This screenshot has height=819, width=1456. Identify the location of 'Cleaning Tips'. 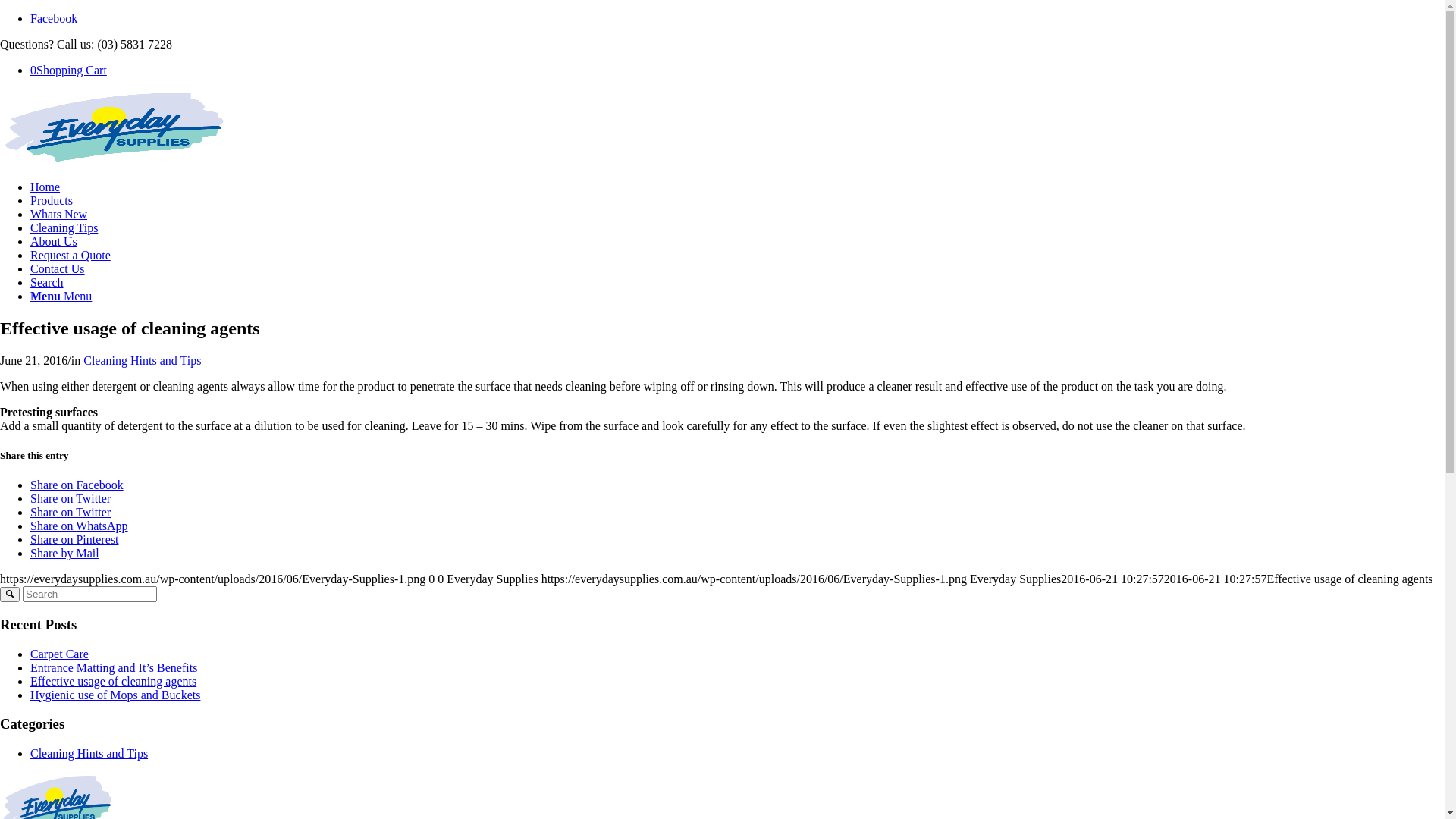
(63, 227).